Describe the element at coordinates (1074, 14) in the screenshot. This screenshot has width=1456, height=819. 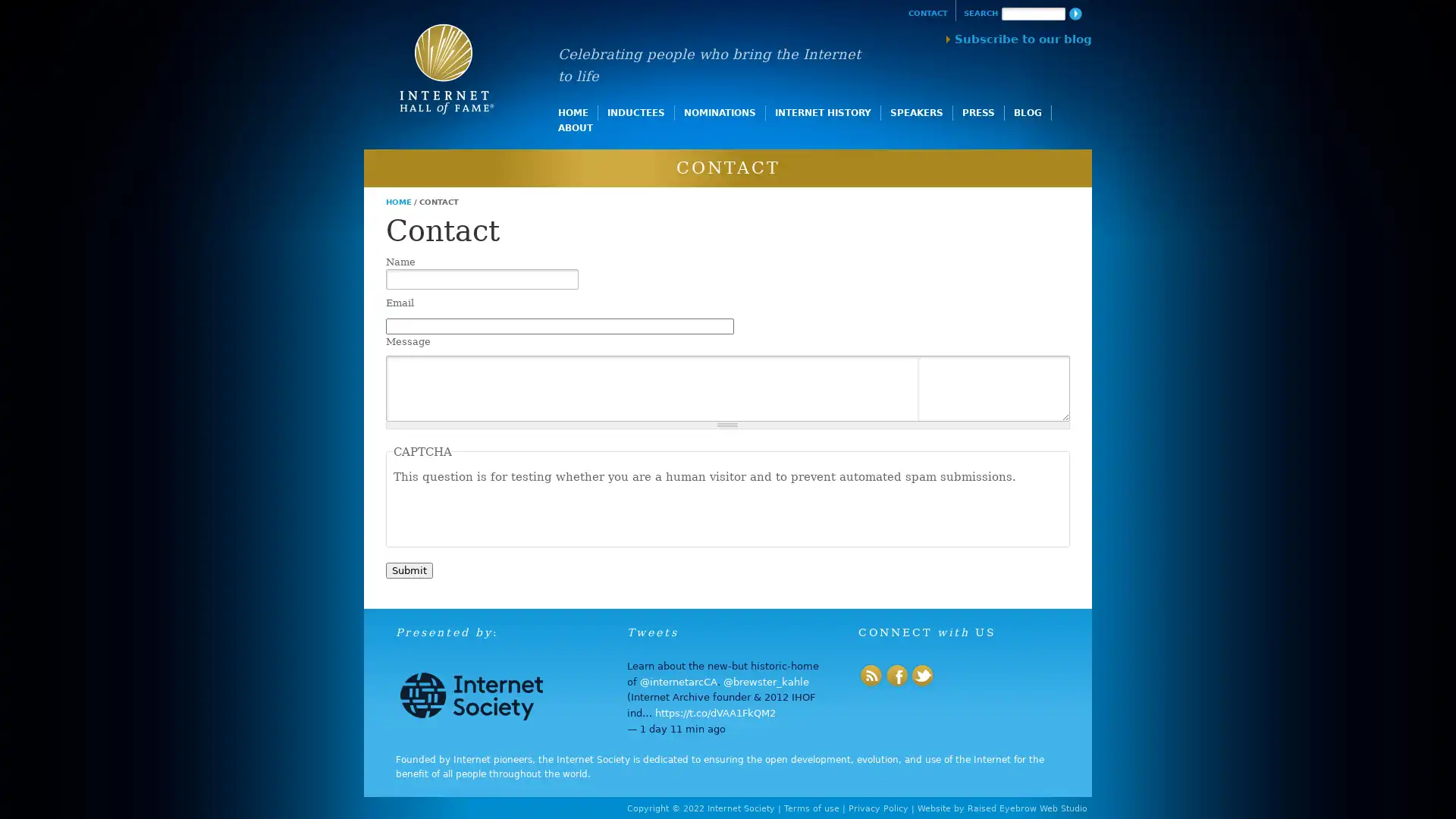
I see `Search` at that location.